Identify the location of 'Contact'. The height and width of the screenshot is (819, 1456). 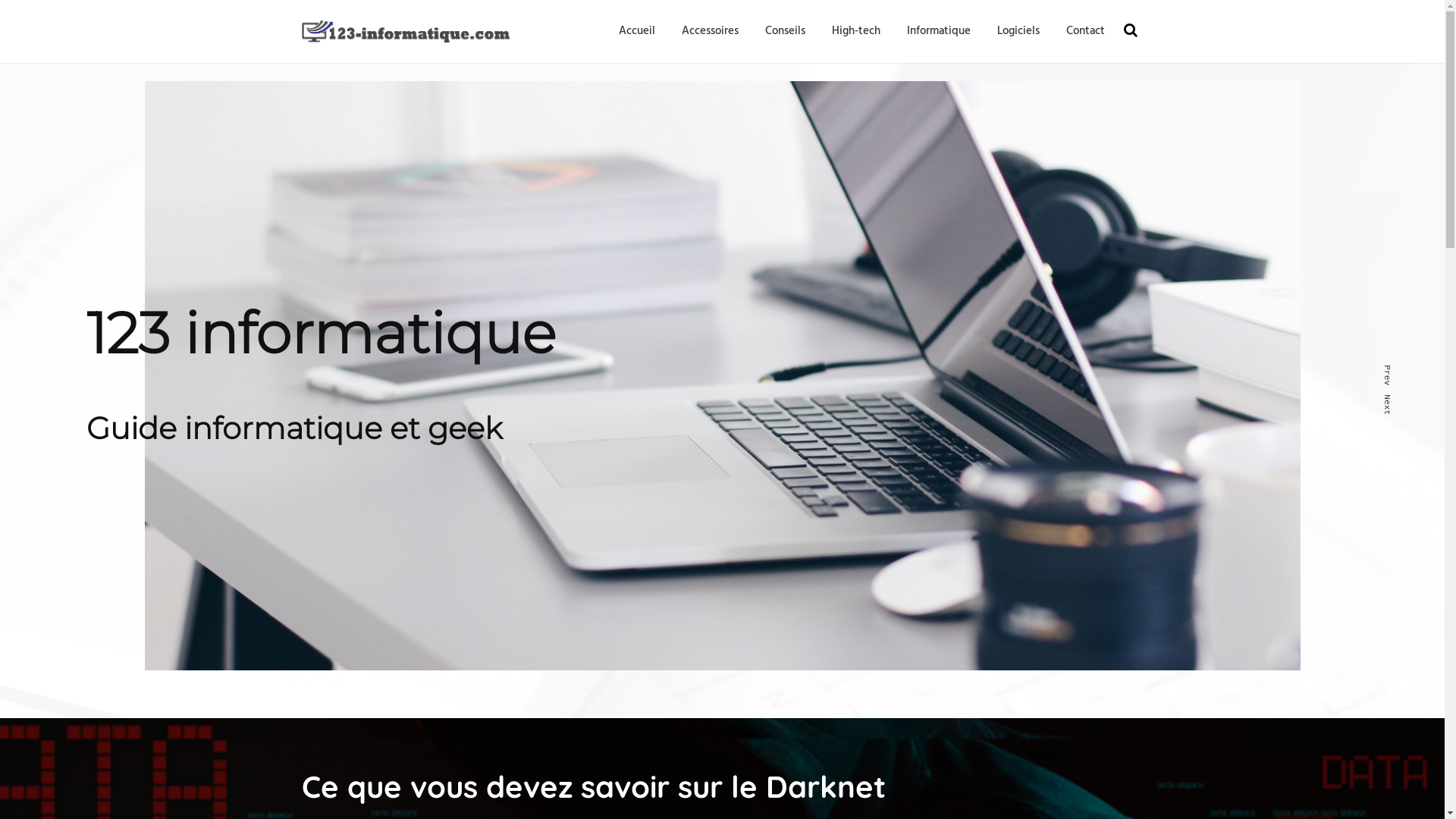
(1065, 31).